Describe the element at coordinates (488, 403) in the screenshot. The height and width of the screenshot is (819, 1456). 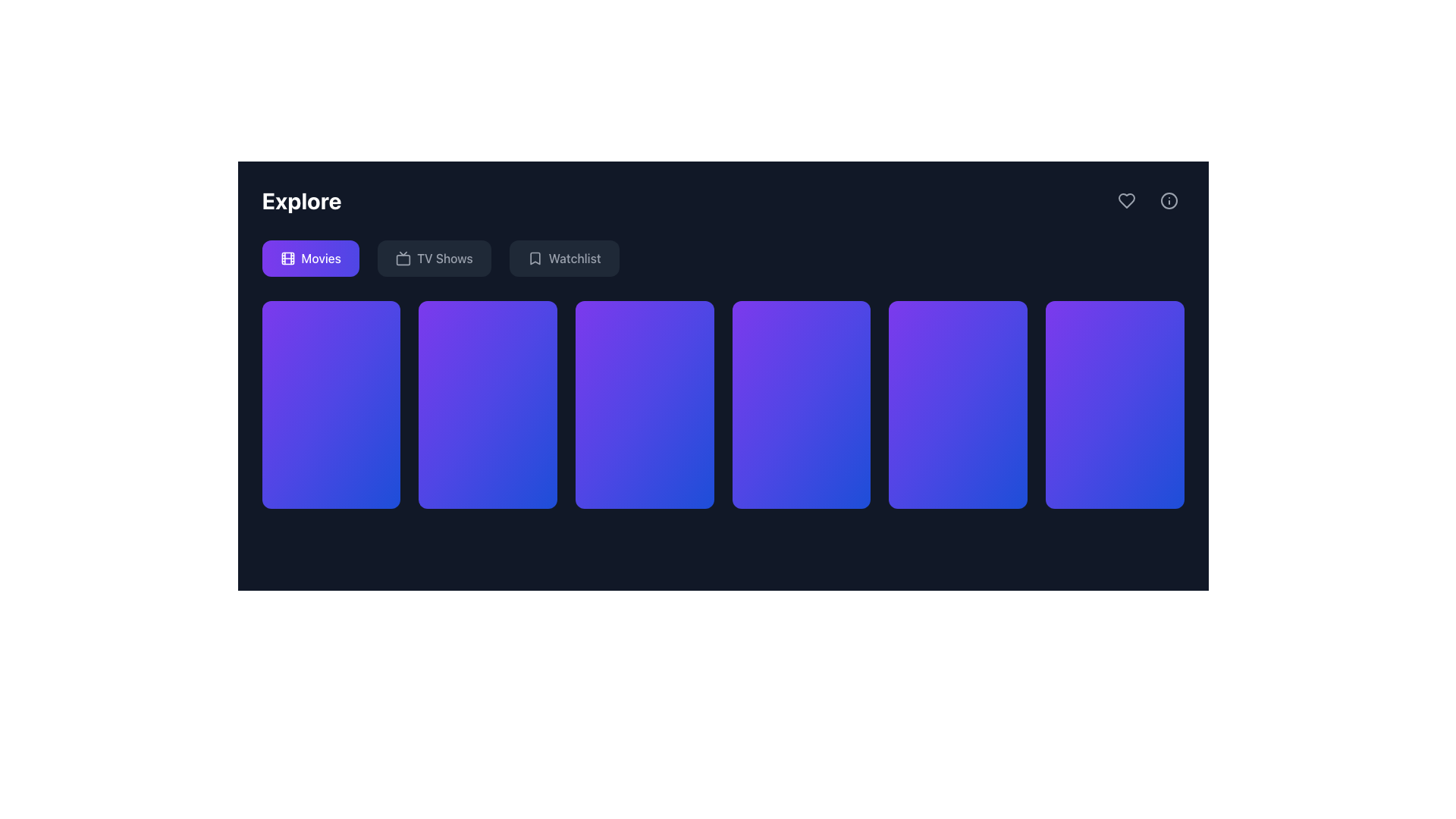
I see `the second gradient card/tile in the top row of a grid layout, which is filled with a purple to blue gradient and has rounded corners` at that location.